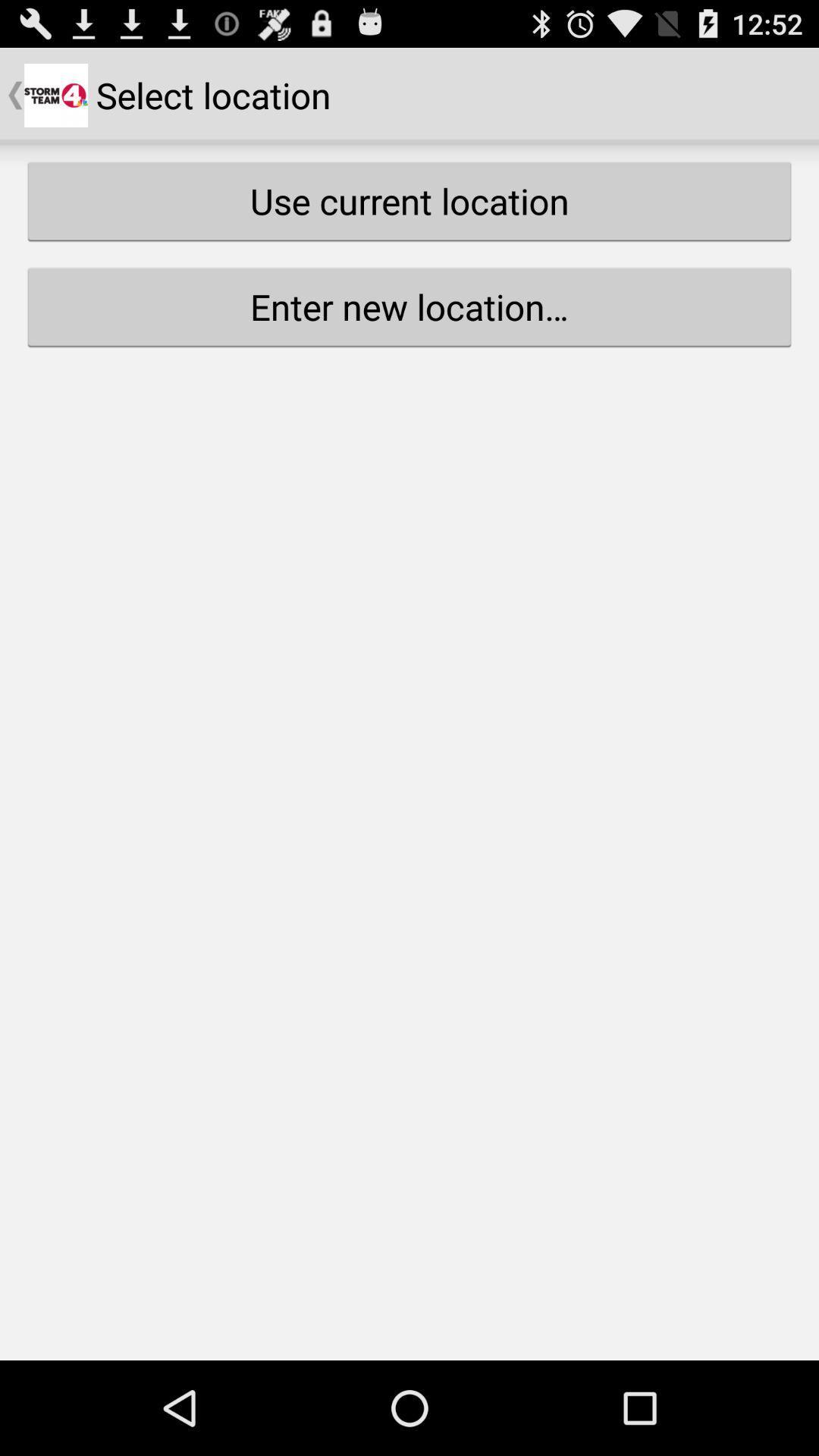 The height and width of the screenshot is (1456, 819). Describe the element at coordinates (409, 306) in the screenshot. I see `the item below use current location` at that location.